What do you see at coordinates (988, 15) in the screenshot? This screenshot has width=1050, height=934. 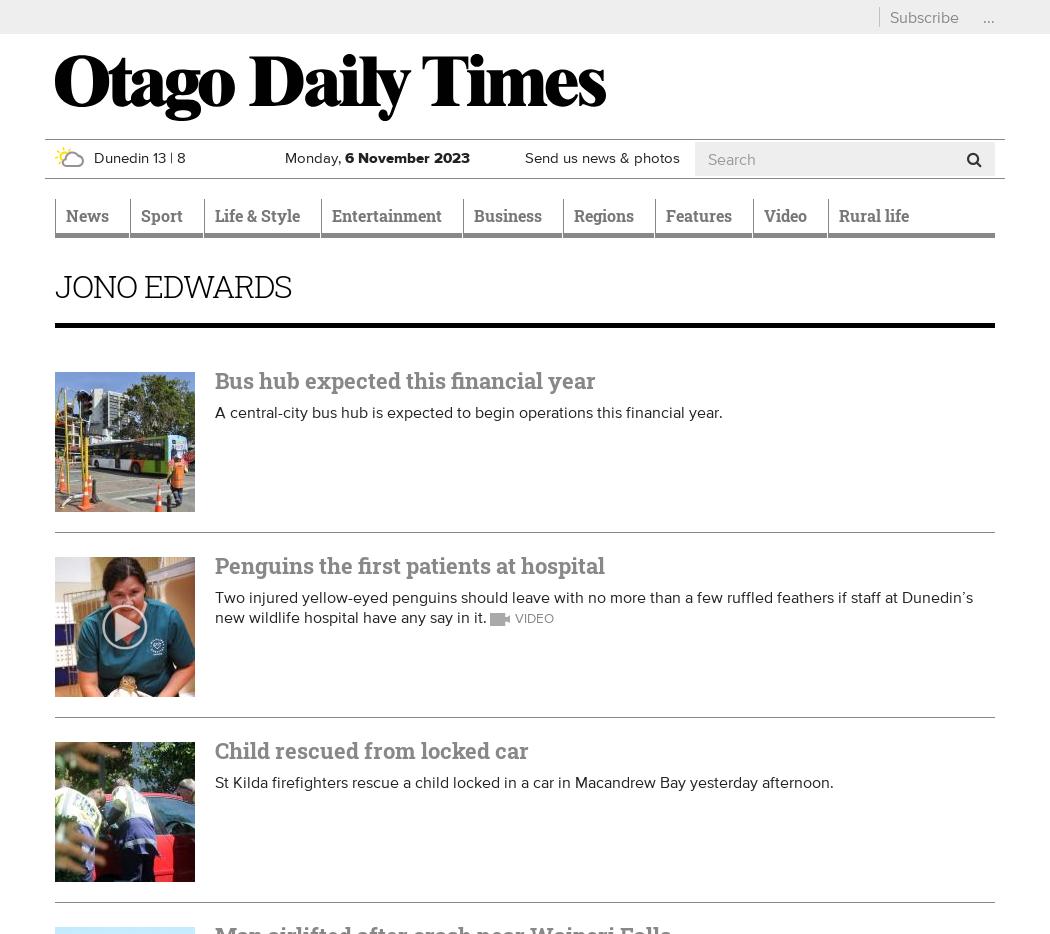 I see `'...'` at bounding box center [988, 15].